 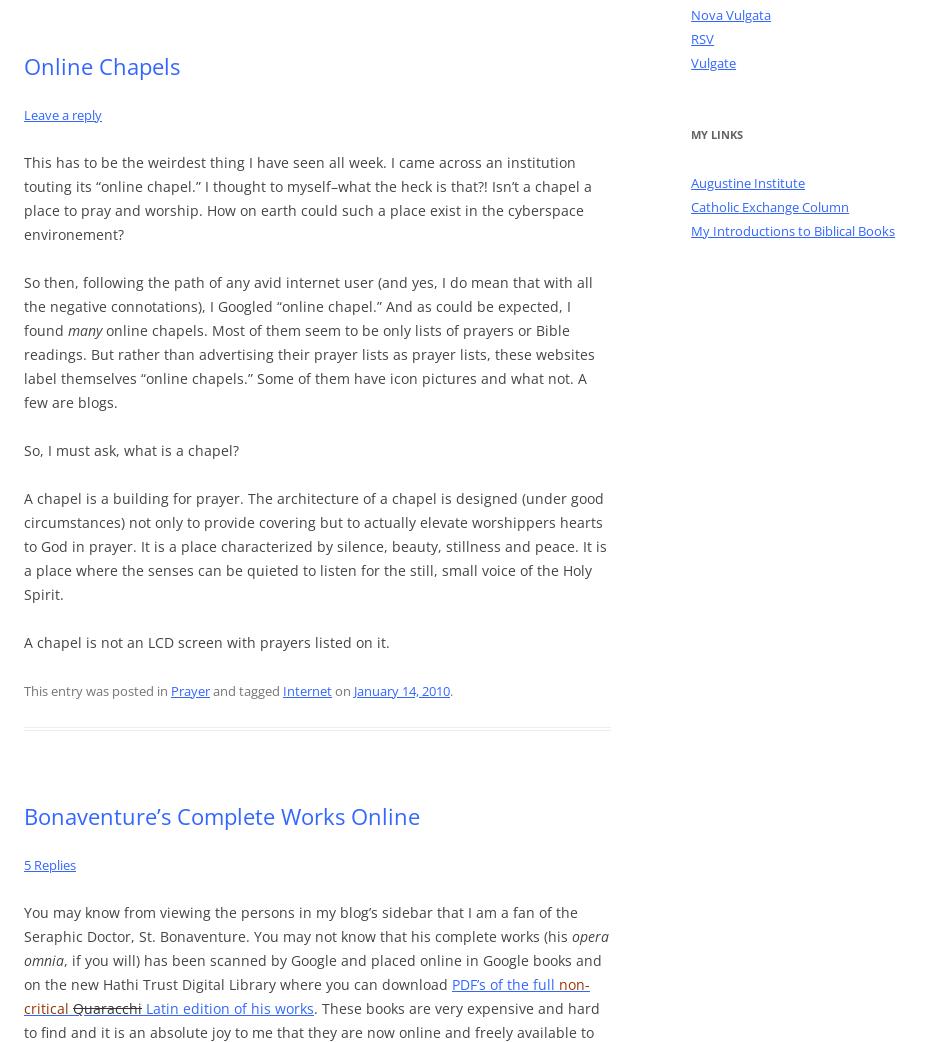 What do you see at coordinates (102, 64) in the screenshot?
I see `'Online Chapels'` at bounding box center [102, 64].